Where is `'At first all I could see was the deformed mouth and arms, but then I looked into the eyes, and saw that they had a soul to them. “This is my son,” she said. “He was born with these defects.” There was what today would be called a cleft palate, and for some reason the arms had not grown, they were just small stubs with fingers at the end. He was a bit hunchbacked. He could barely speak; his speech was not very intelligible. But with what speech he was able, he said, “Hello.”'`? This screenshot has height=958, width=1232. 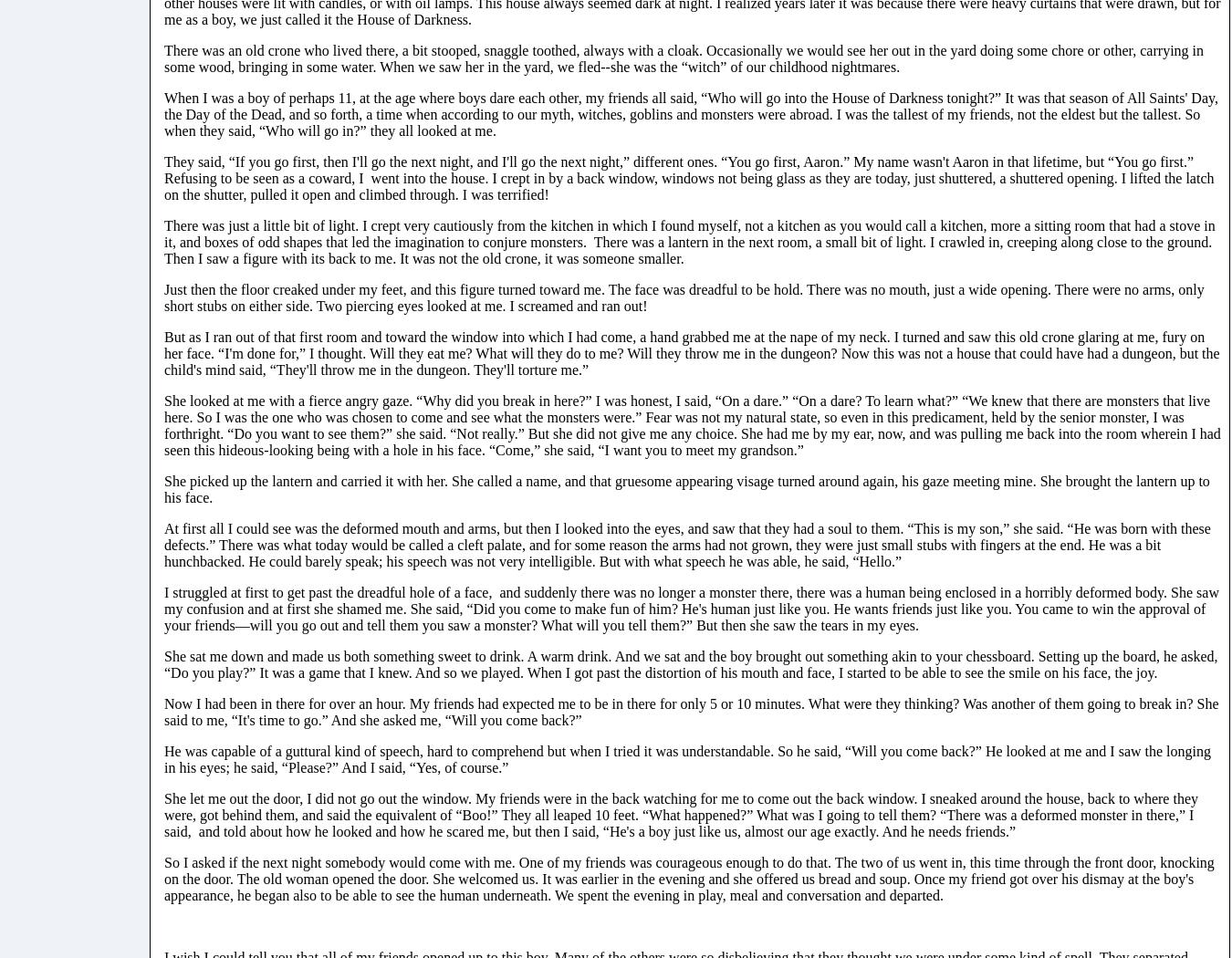
'At first all I could see was the deformed mouth and arms, but then I looked into the eyes, and saw that they had a soul to them. “This is my son,” she said. “He was born with these defects.” There was what today would be called a cleft palate, and for some reason the arms had not grown, they were just small stubs with fingers at the end. He was a bit hunchbacked. He could barely speak; his speech was not very intelligible. But with what speech he was able, he said, “Hello.”' is located at coordinates (686, 543).